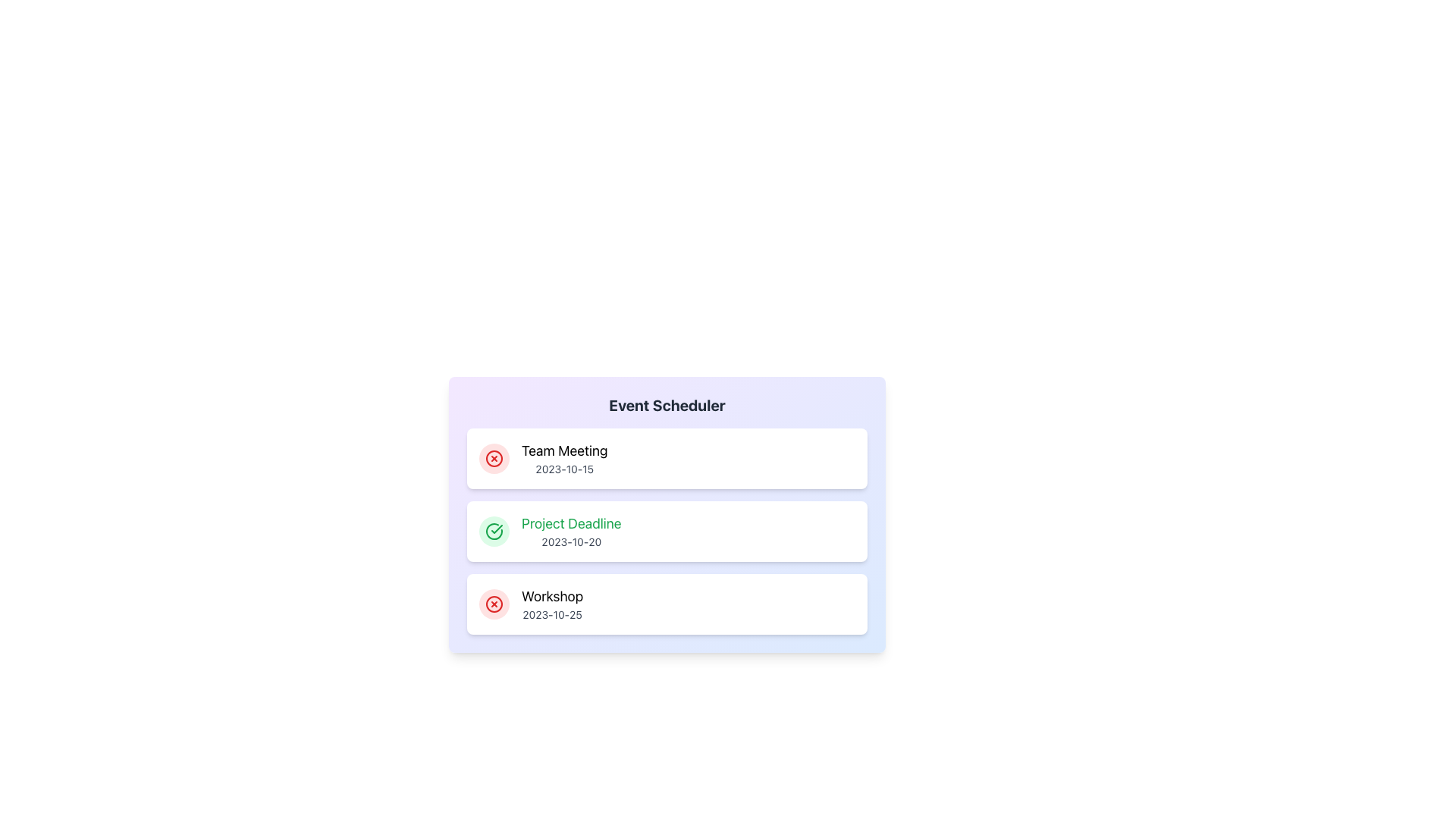  What do you see at coordinates (551, 614) in the screenshot?
I see `date displayed in the 'Workshop' entry of the Event Scheduler, which is located directly below the title 'Workshop'` at bounding box center [551, 614].